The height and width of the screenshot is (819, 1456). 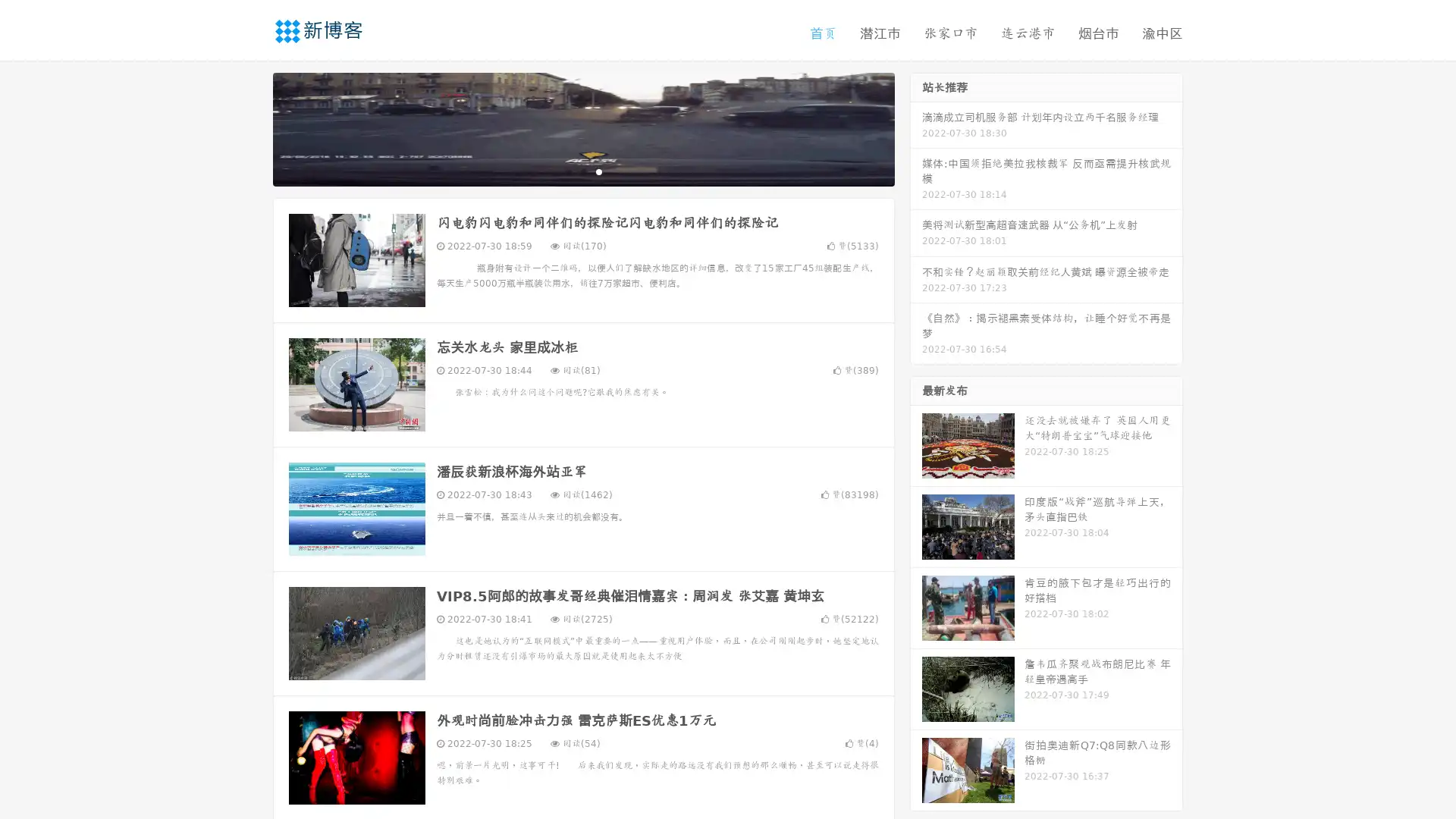 I want to click on Go to slide 3, so click(x=598, y=171).